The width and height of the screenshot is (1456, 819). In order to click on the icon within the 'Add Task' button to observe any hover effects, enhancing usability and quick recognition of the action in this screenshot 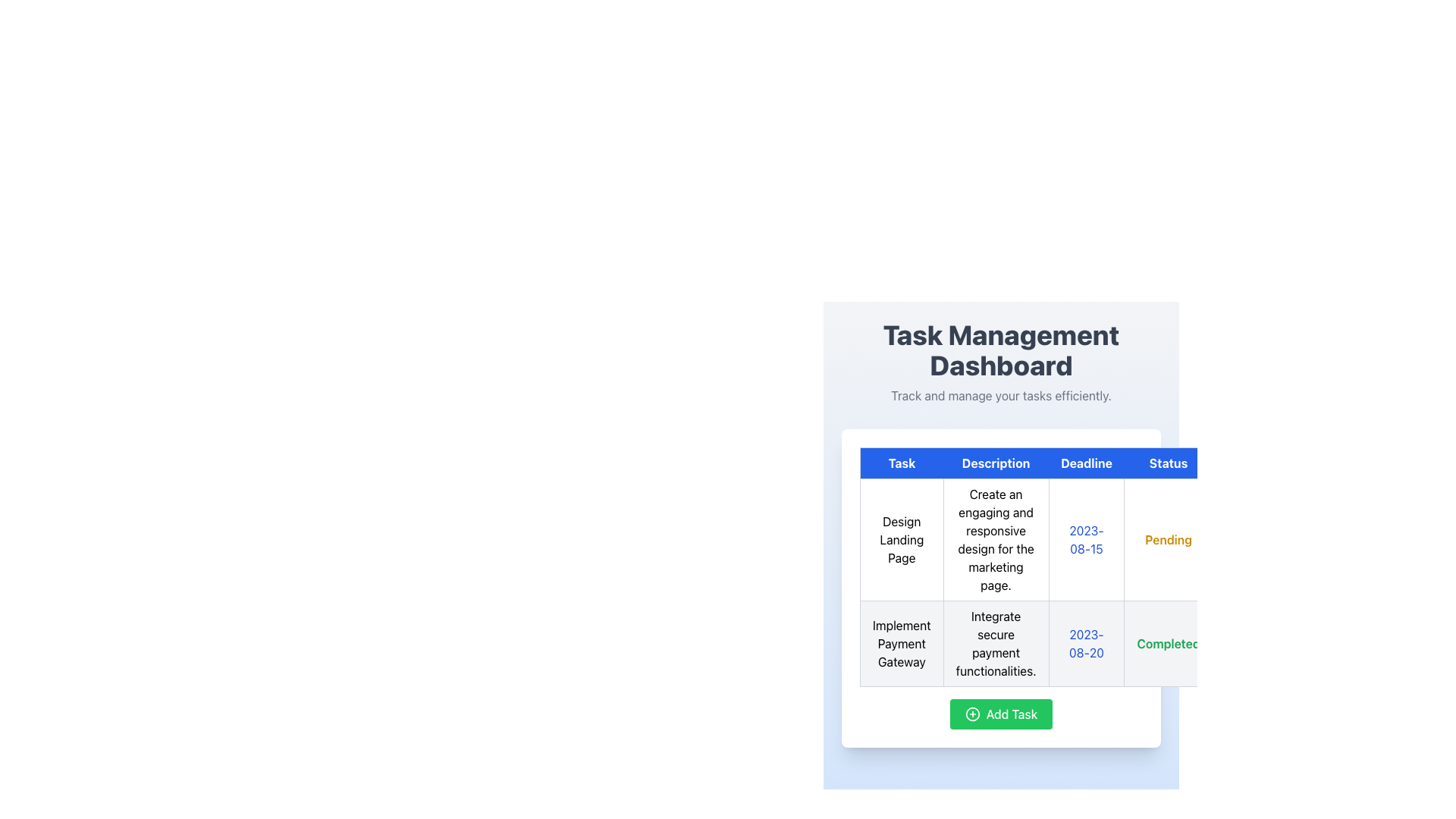, I will do `click(972, 714)`.